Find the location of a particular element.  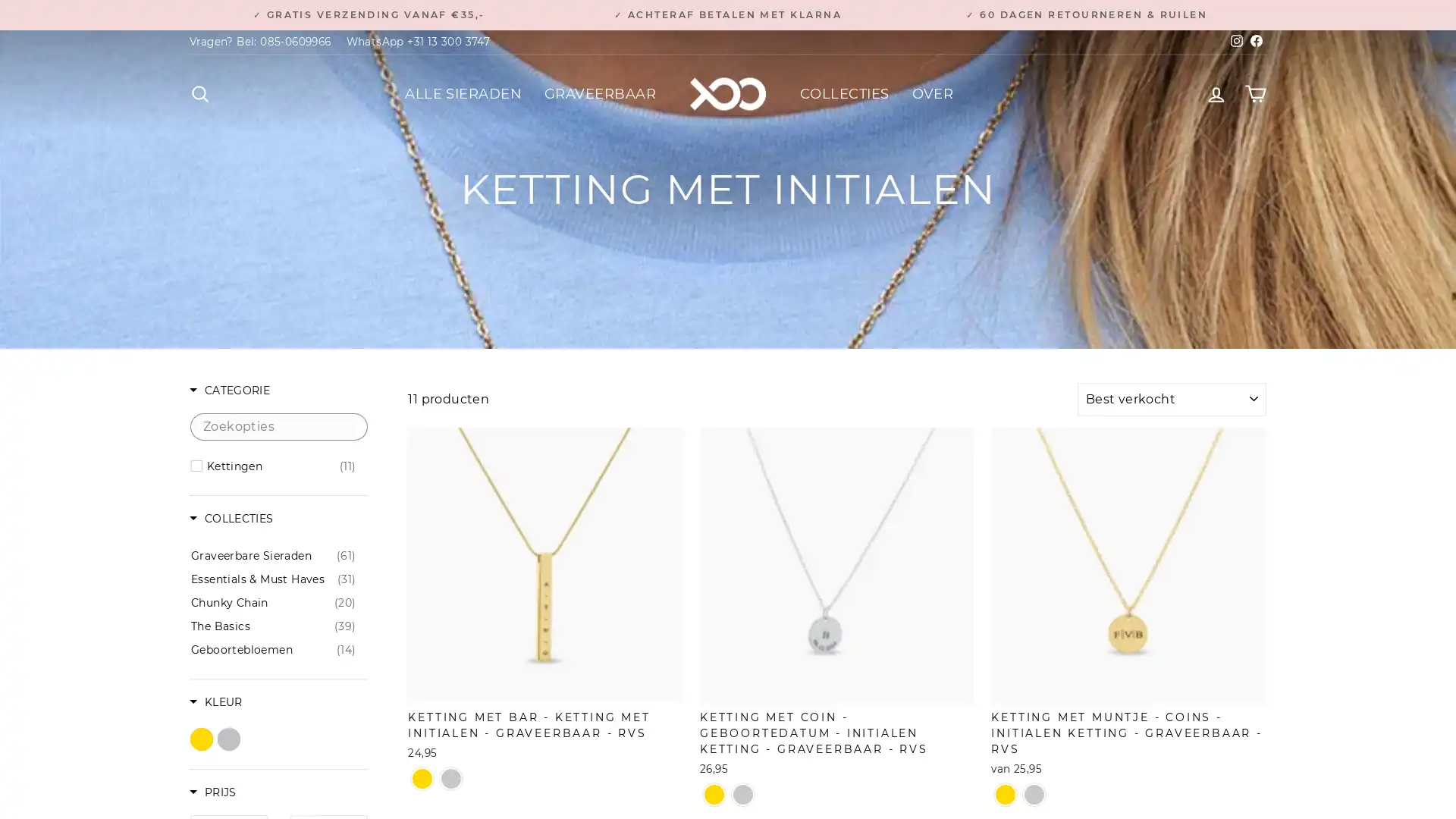

Pauzeer slideshow is located at coordinates (732, 8).